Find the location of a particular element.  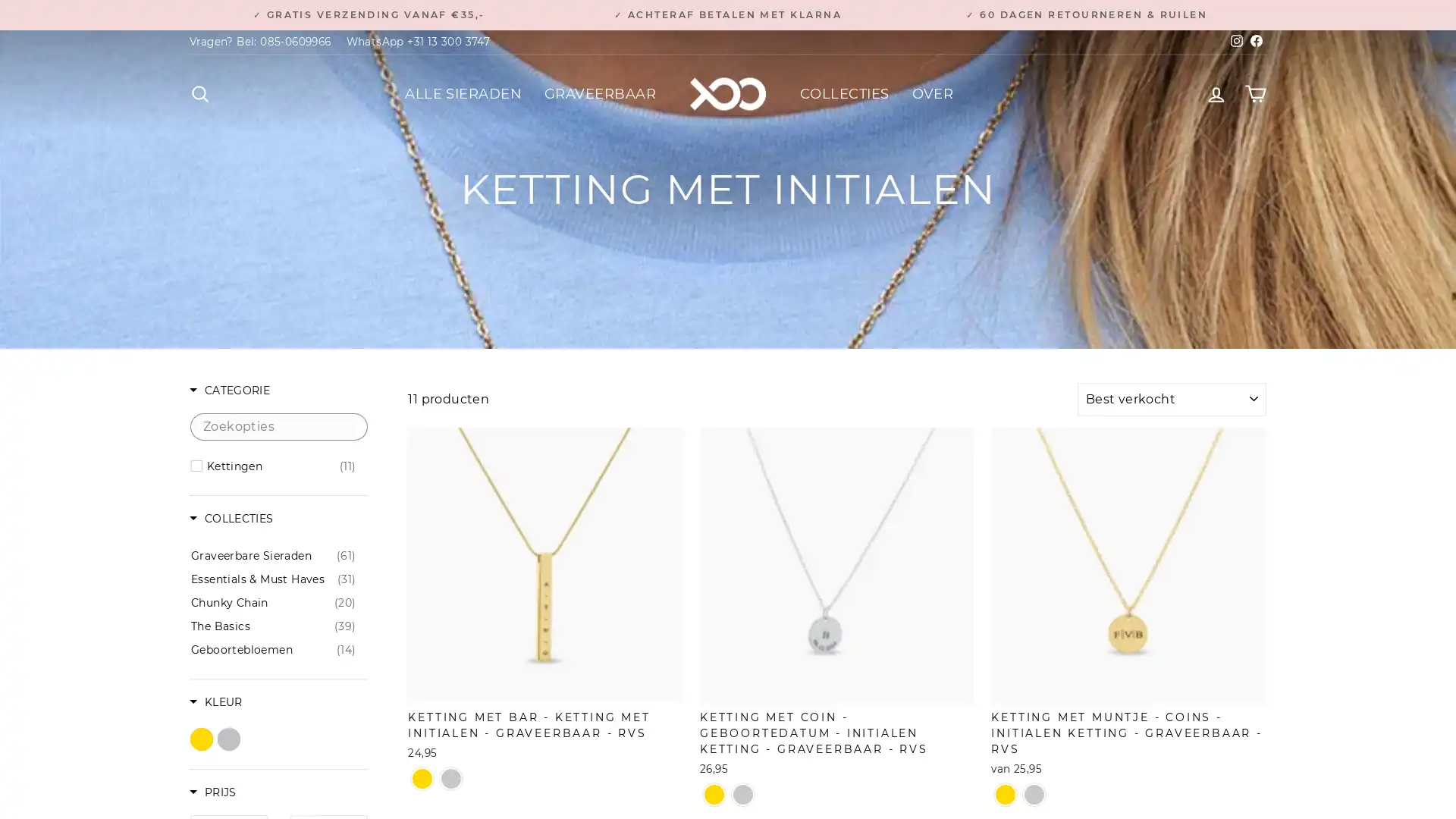

Pauzeer slideshow is located at coordinates (732, 8).